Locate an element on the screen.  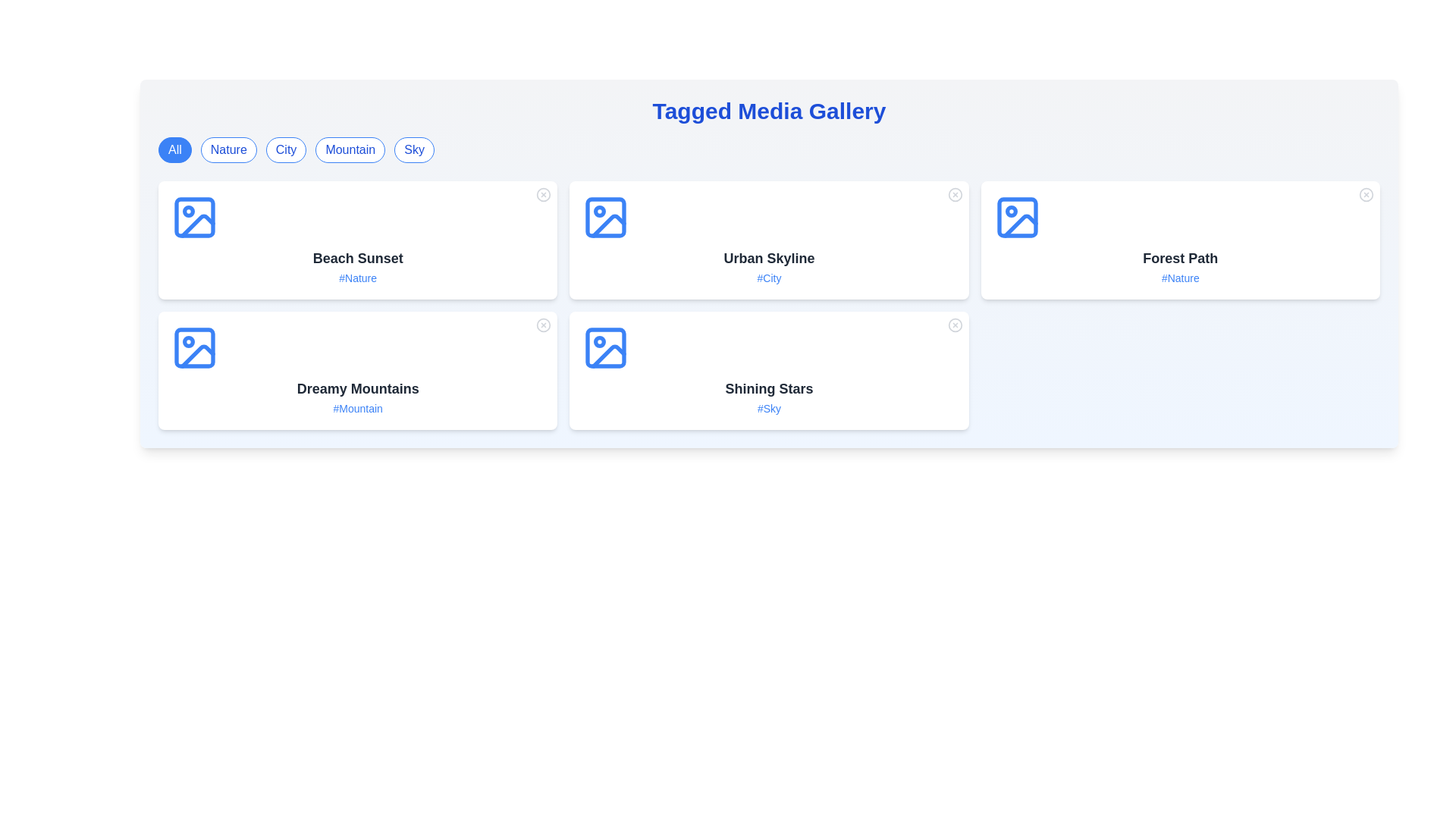
the tag button labeled Nature to filter the gallery items is located at coordinates (227, 149).